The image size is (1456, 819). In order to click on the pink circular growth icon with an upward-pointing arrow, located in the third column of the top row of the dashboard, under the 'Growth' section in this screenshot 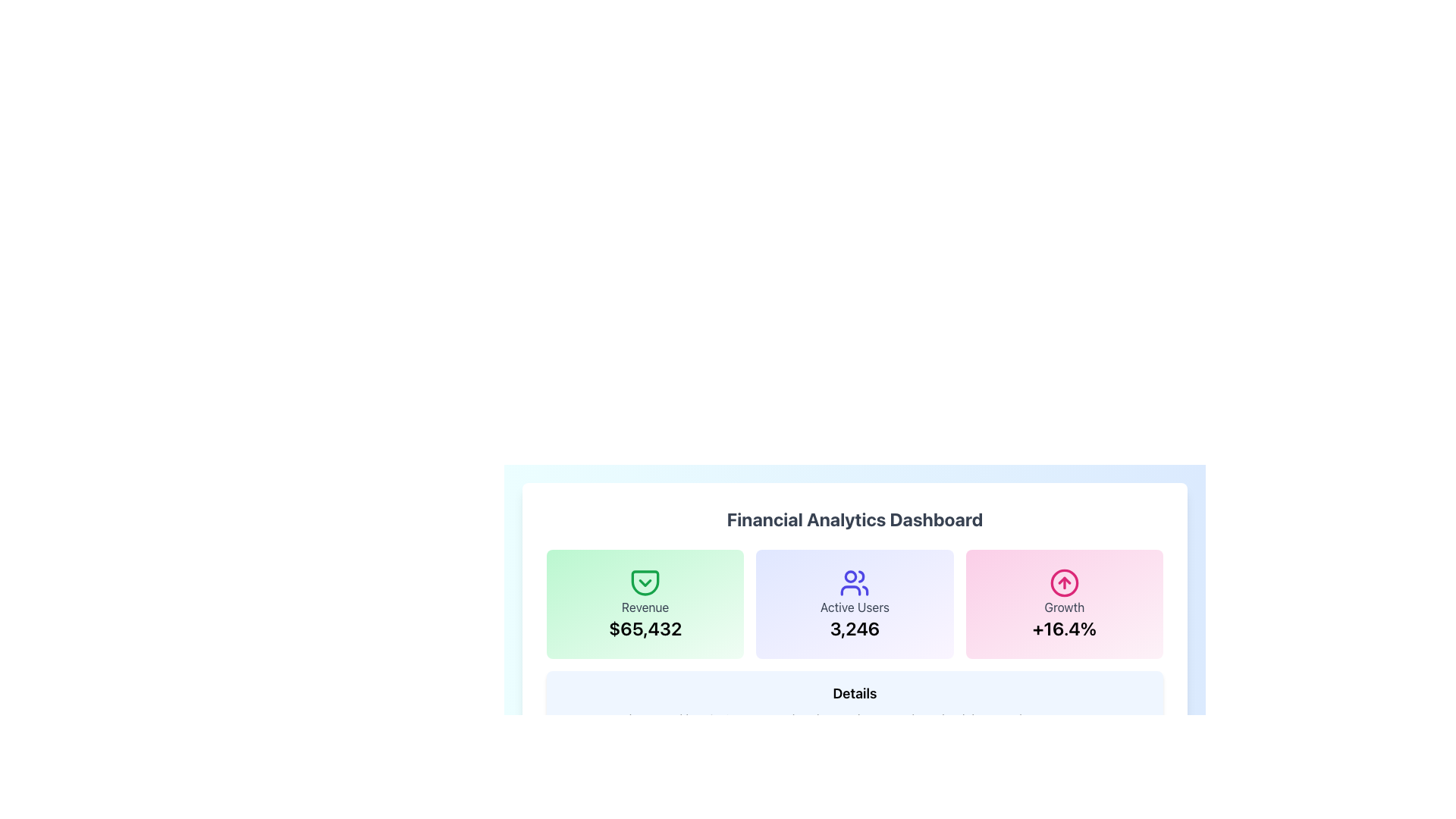, I will do `click(1063, 582)`.